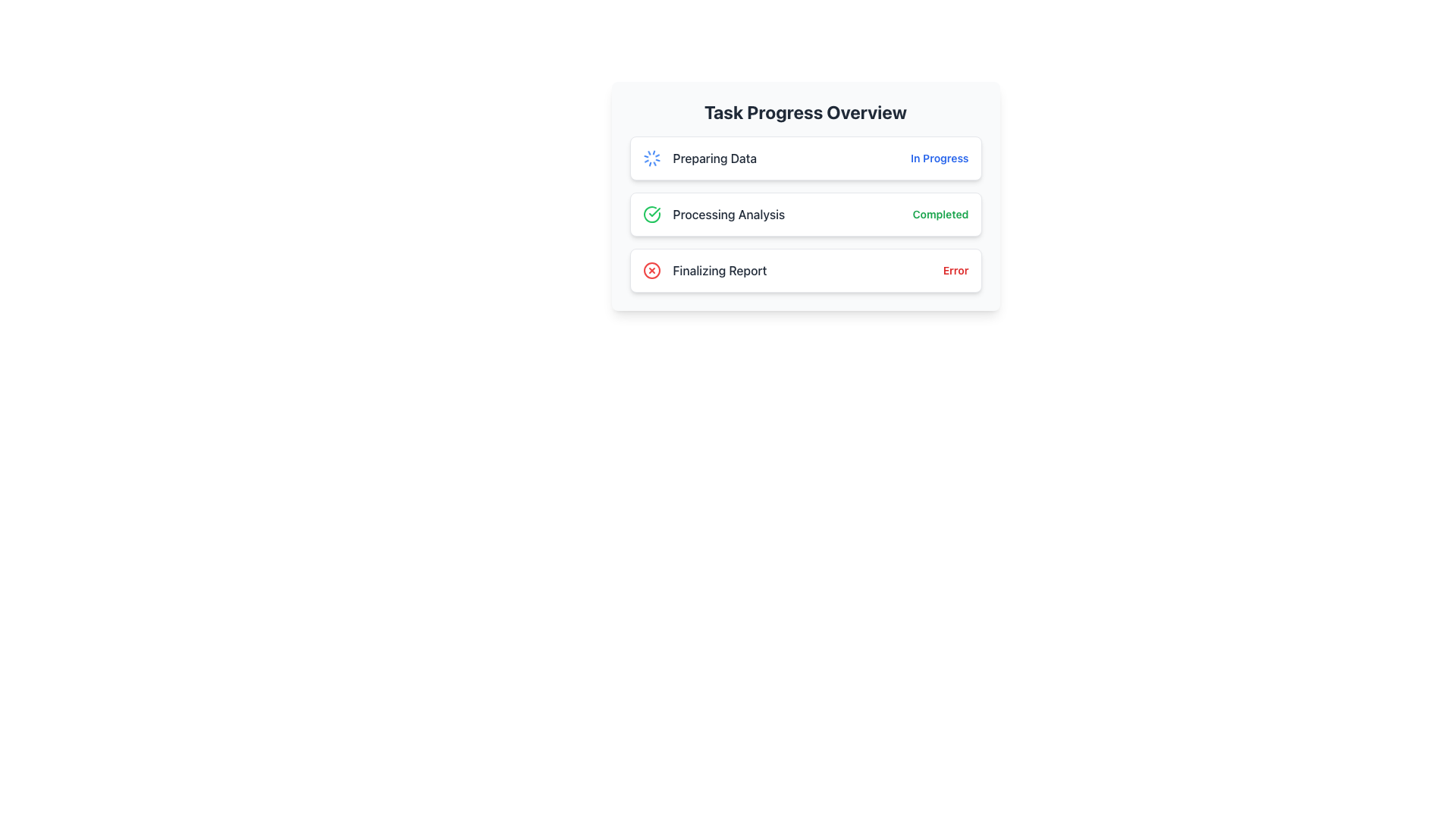  I want to click on status and details of the second progress item labeled 'Processing Analysis' with the completion status 'Completed' in the task progress overview interface, so click(805, 214).